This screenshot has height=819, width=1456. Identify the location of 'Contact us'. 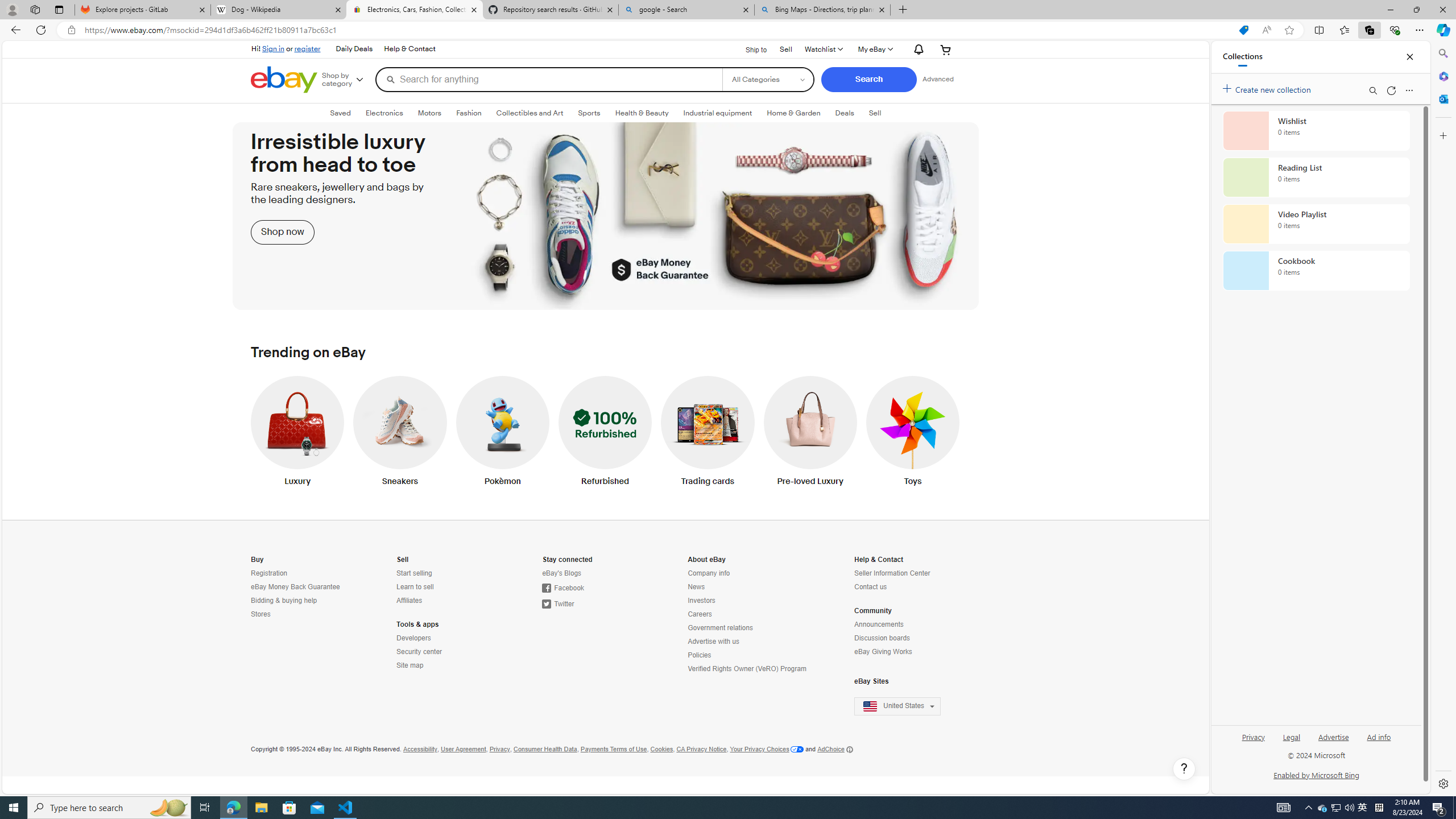
(904, 586).